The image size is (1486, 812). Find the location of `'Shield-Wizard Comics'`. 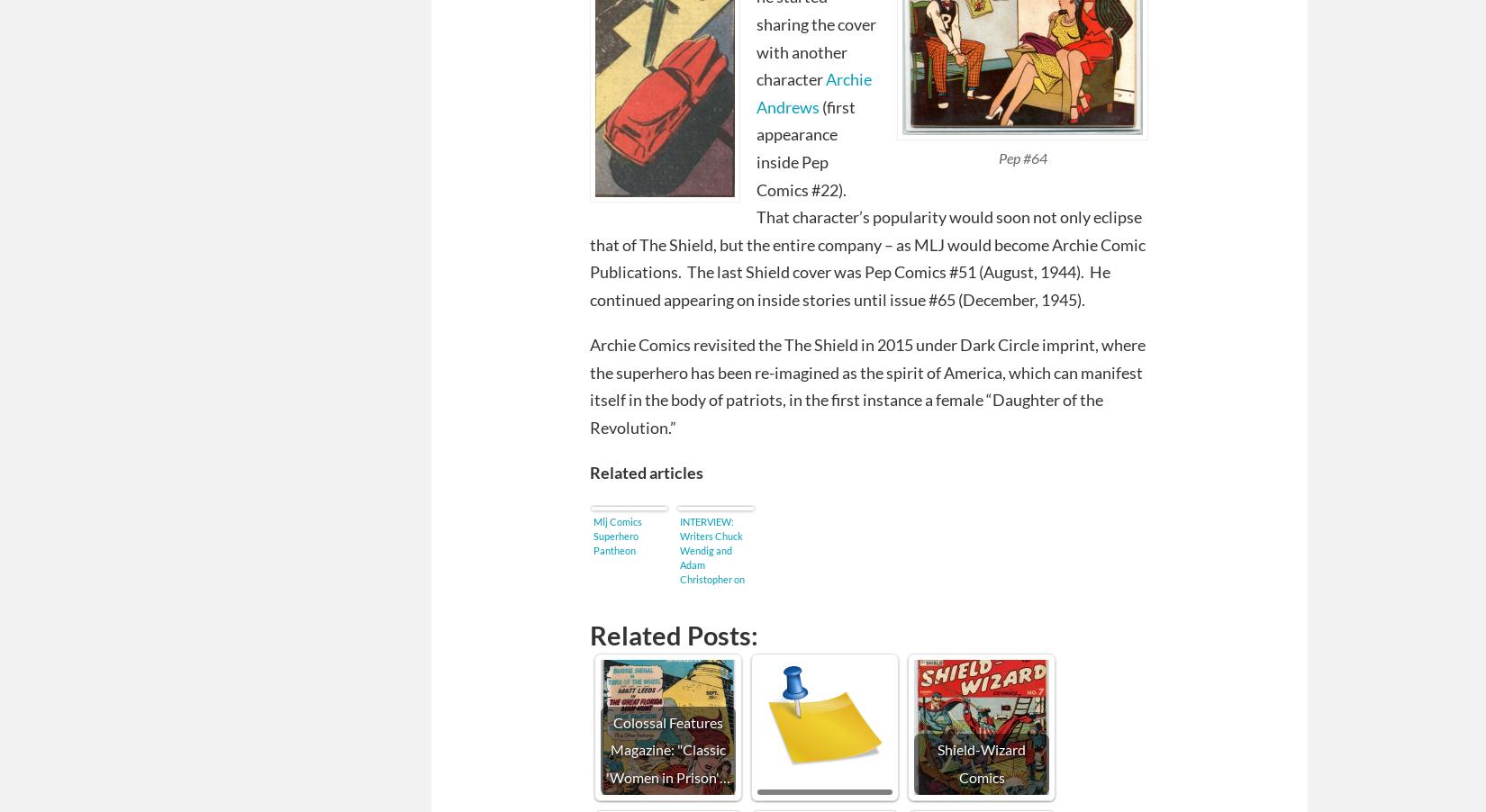

'Shield-Wizard Comics' is located at coordinates (981, 762).